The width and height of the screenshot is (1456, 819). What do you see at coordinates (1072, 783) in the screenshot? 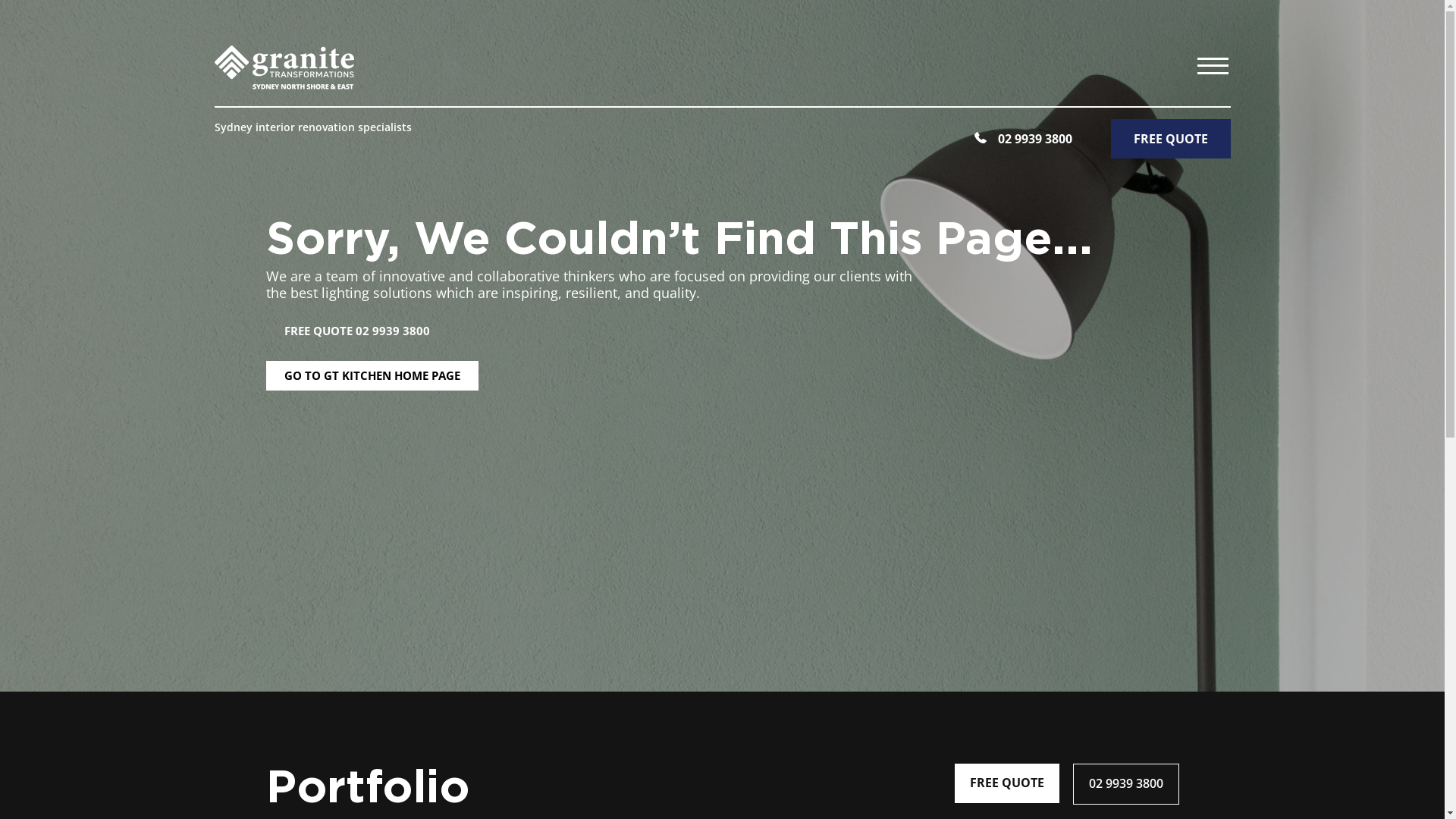
I see `'02 9939 3800'` at bounding box center [1072, 783].